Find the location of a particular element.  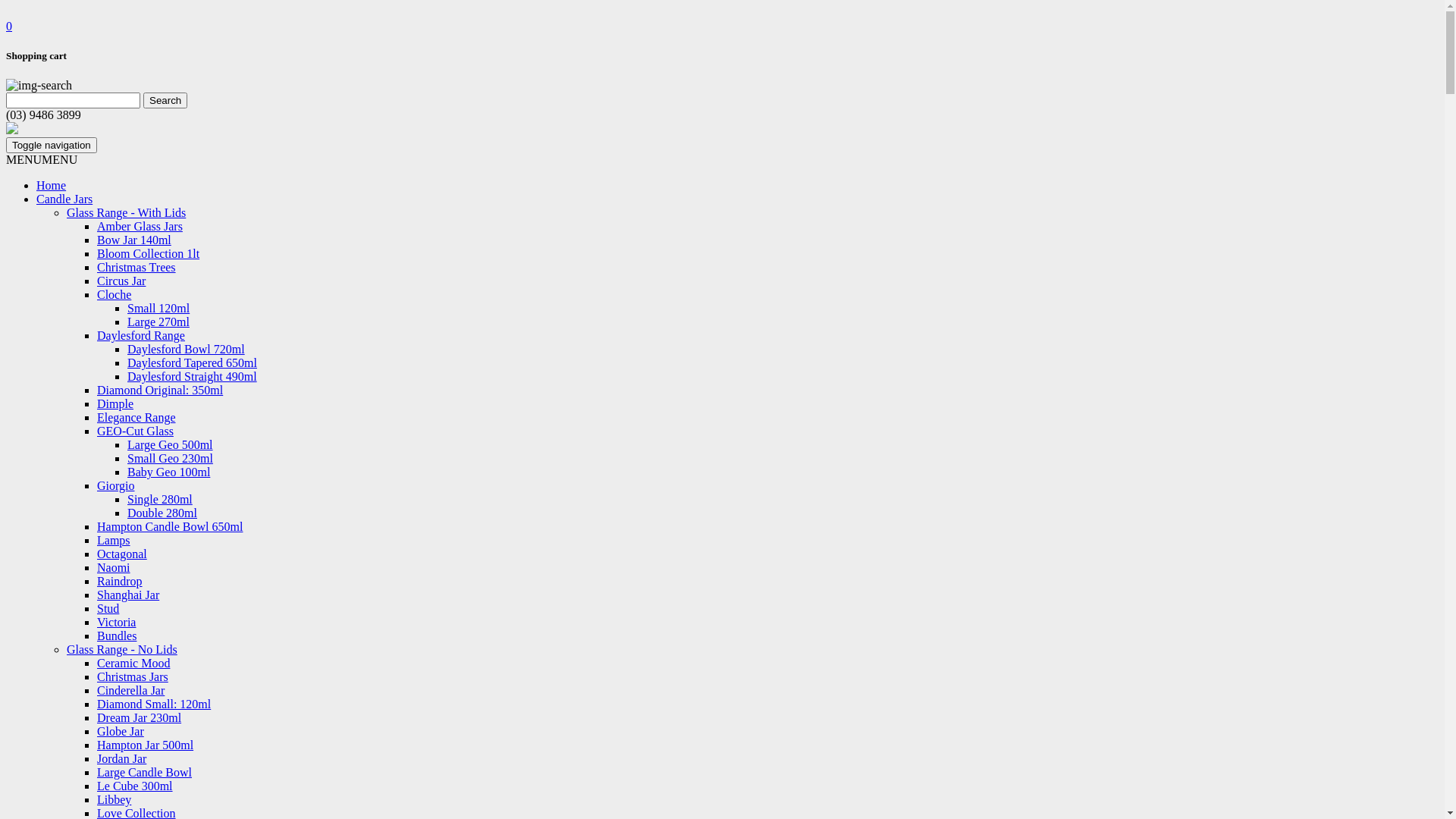

'Small 120ml' is located at coordinates (158, 307).